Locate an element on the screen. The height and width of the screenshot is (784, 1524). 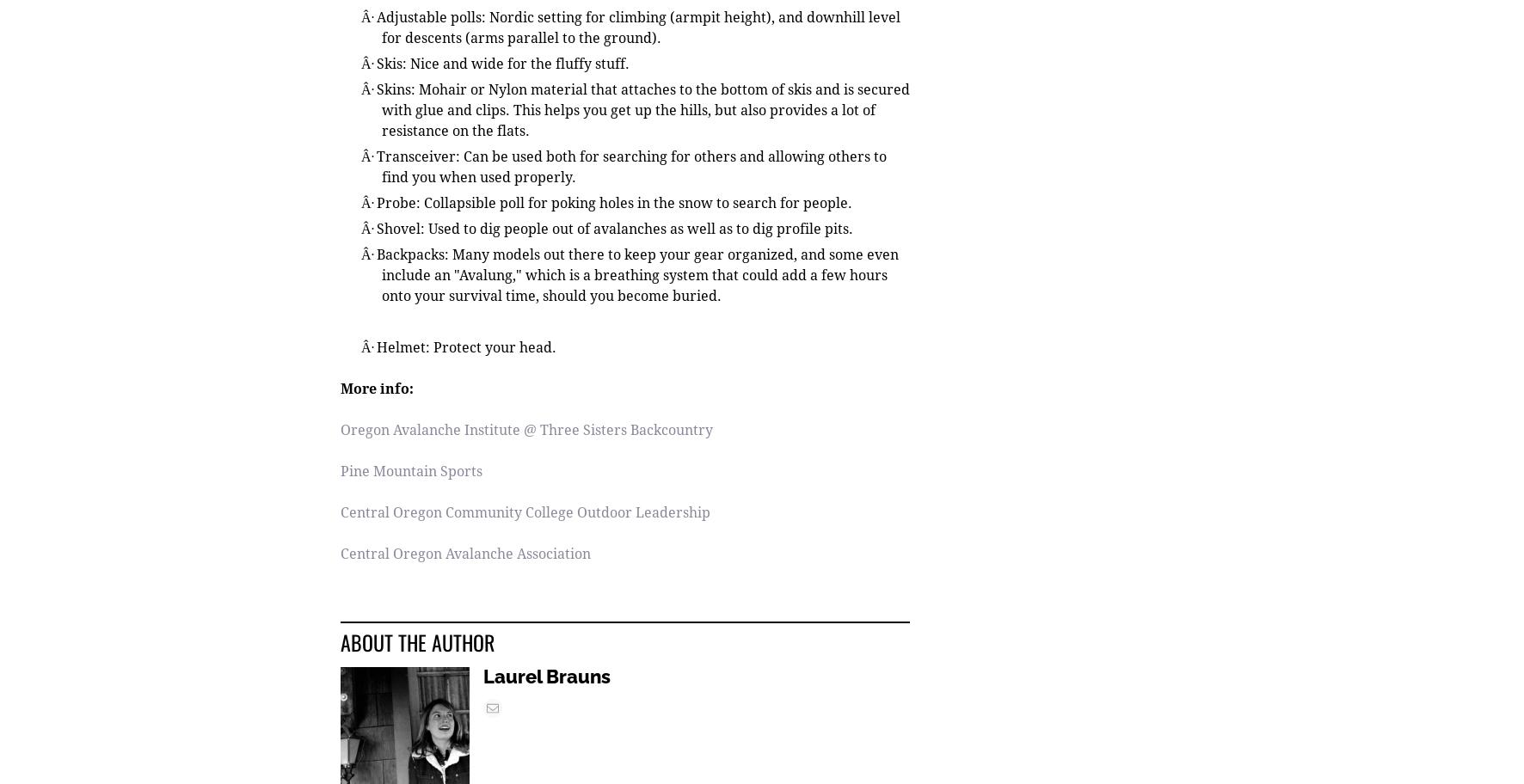
'Shovel: Used to dig people out of avalanches as well as to dig profile pits.' is located at coordinates (612, 229).